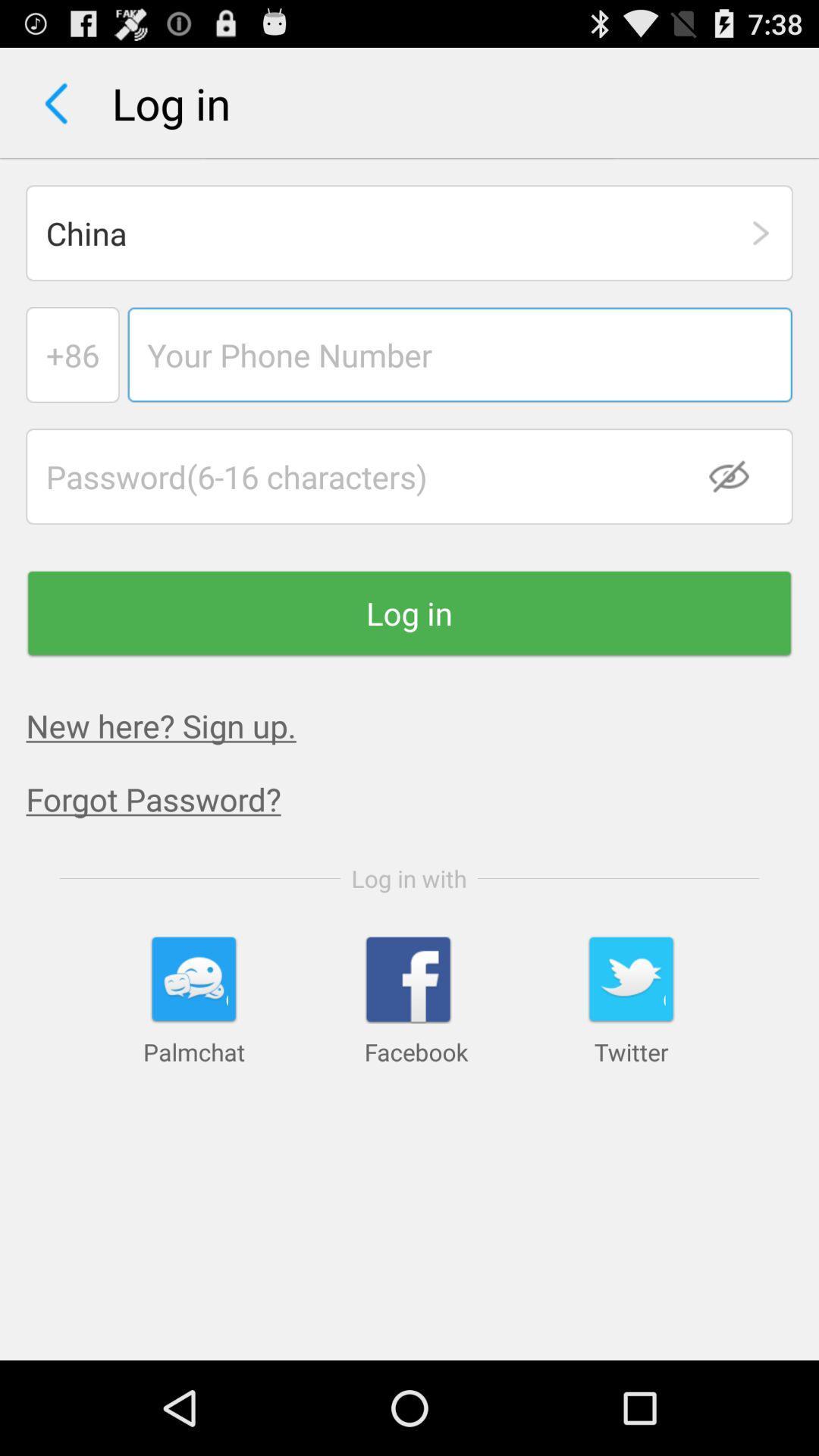  Describe the element at coordinates (738, 475) in the screenshot. I see `checkbox` at that location.